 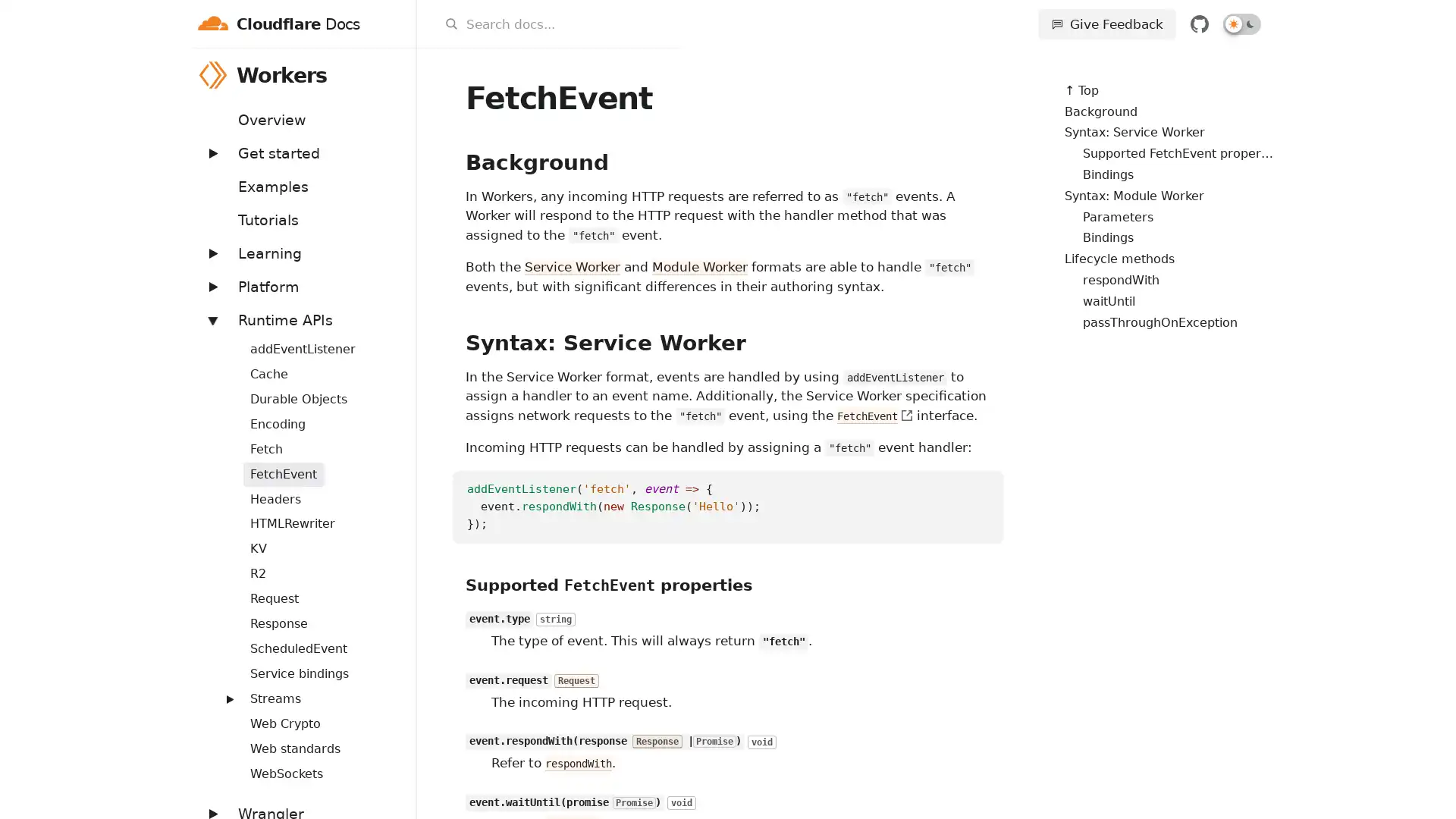 I want to click on Expand: Get started, so click(x=211, y=152).